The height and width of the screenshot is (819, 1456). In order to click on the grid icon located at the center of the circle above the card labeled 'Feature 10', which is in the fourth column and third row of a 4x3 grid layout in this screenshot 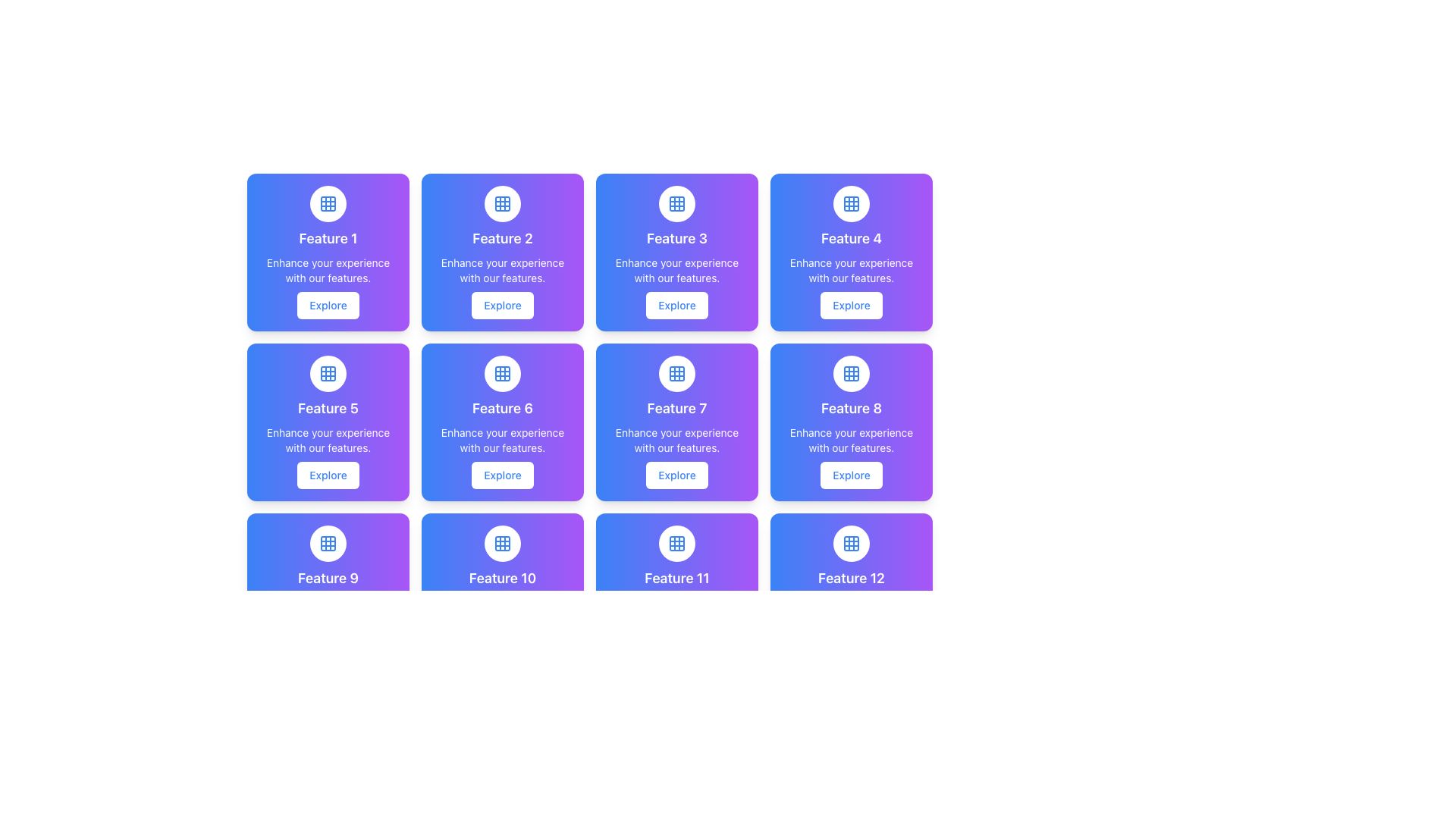, I will do `click(502, 543)`.